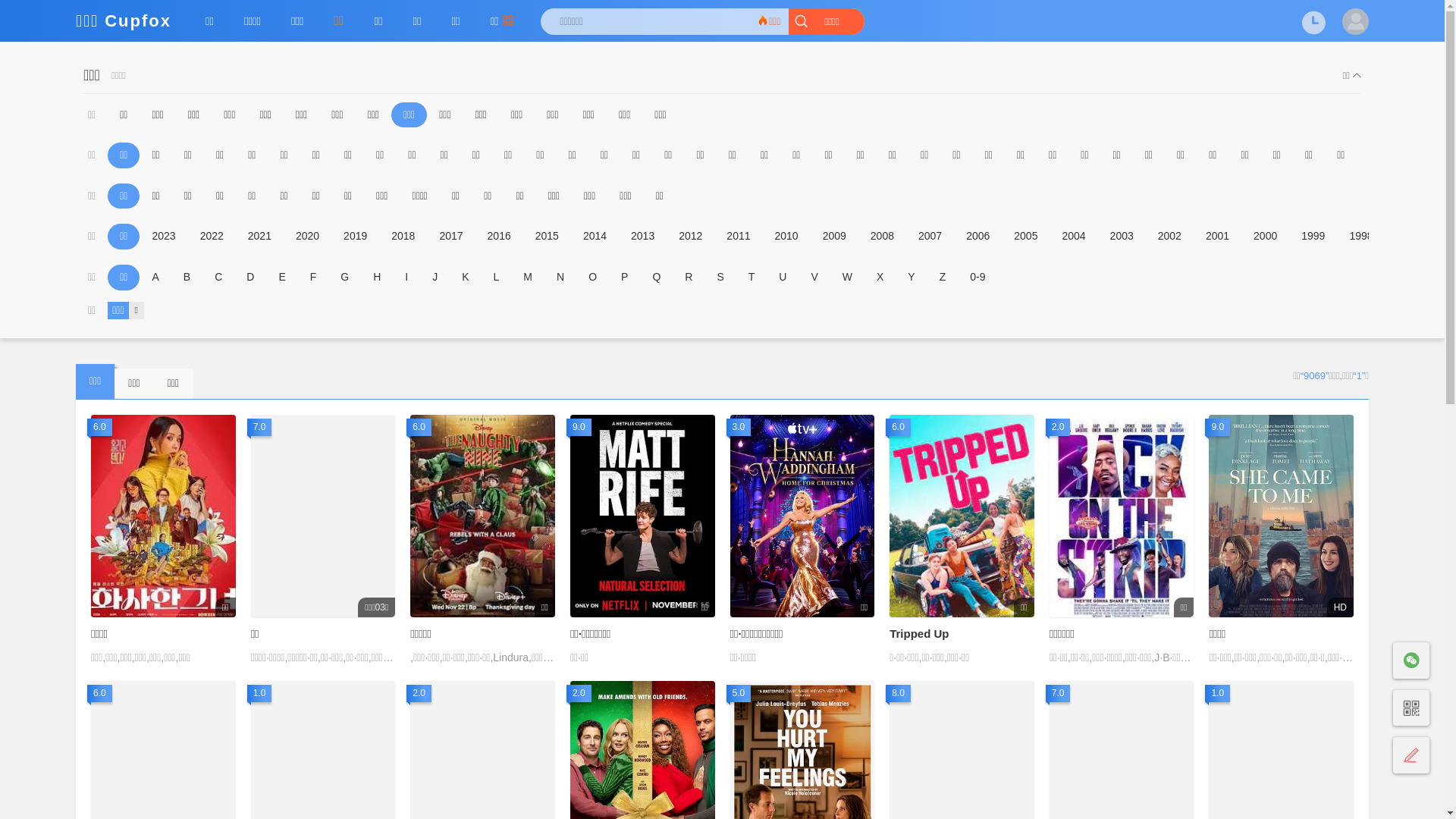  Describe the element at coordinates (211, 237) in the screenshot. I see `'2022'` at that location.